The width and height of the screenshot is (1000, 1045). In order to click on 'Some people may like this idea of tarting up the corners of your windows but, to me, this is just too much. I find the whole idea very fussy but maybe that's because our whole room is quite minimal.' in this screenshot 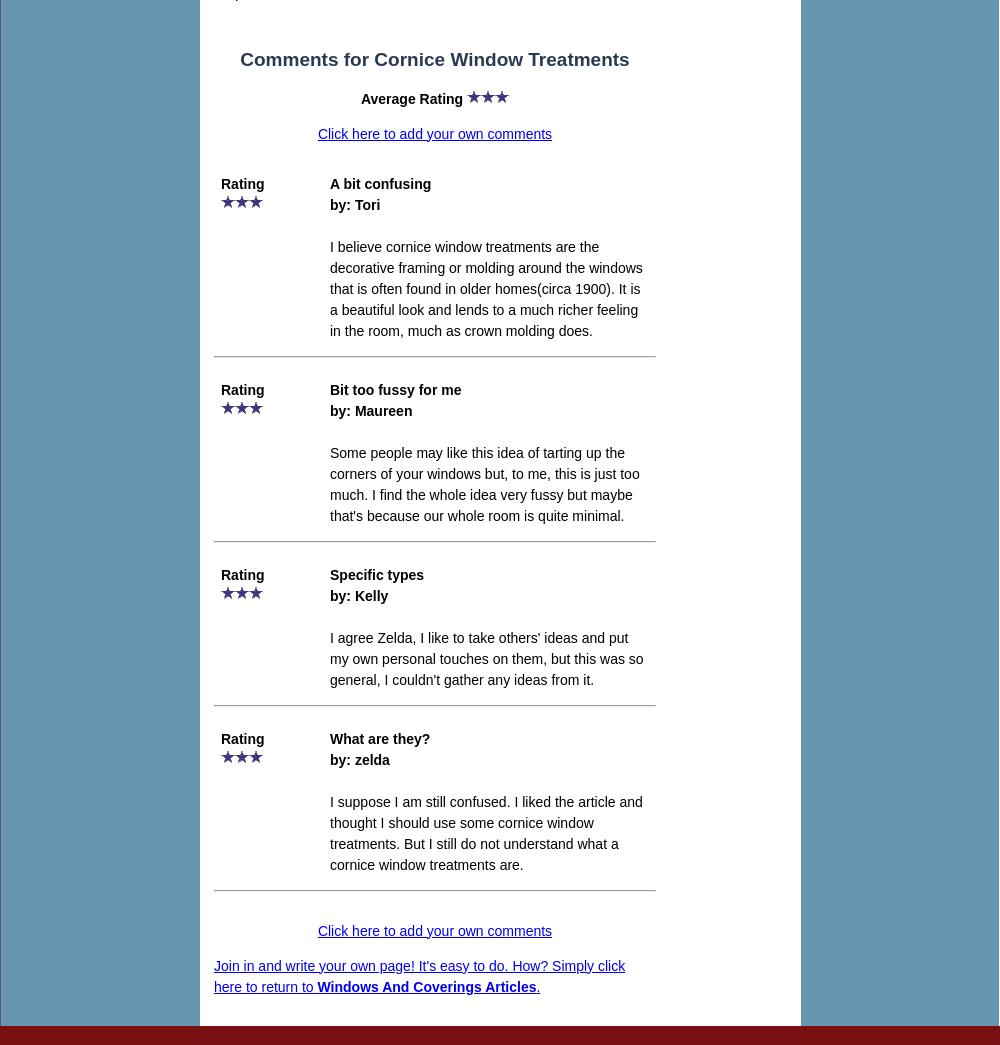, I will do `click(483, 482)`.